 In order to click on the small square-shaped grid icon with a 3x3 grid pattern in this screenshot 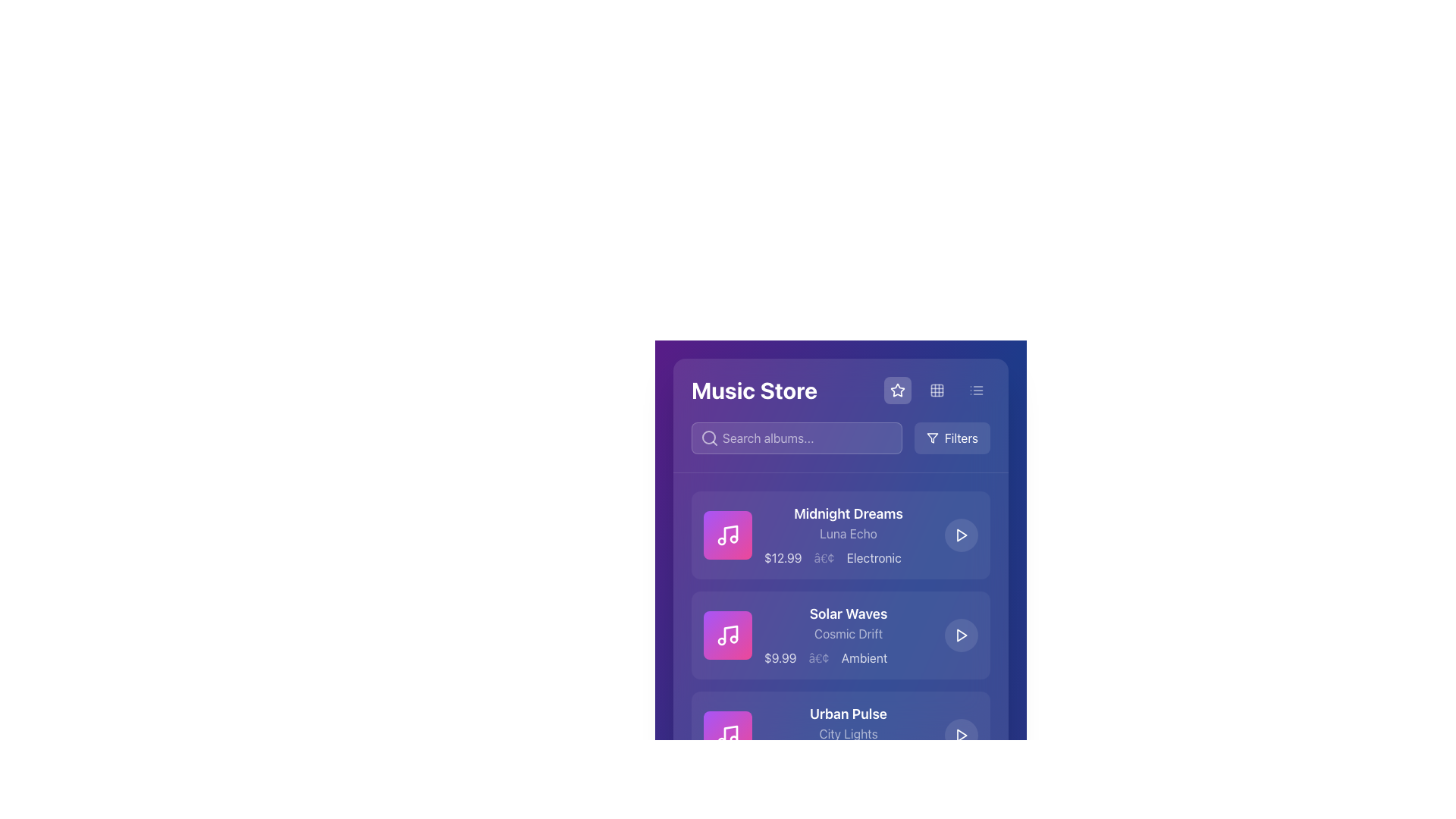, I will do `click(937, 390)`.